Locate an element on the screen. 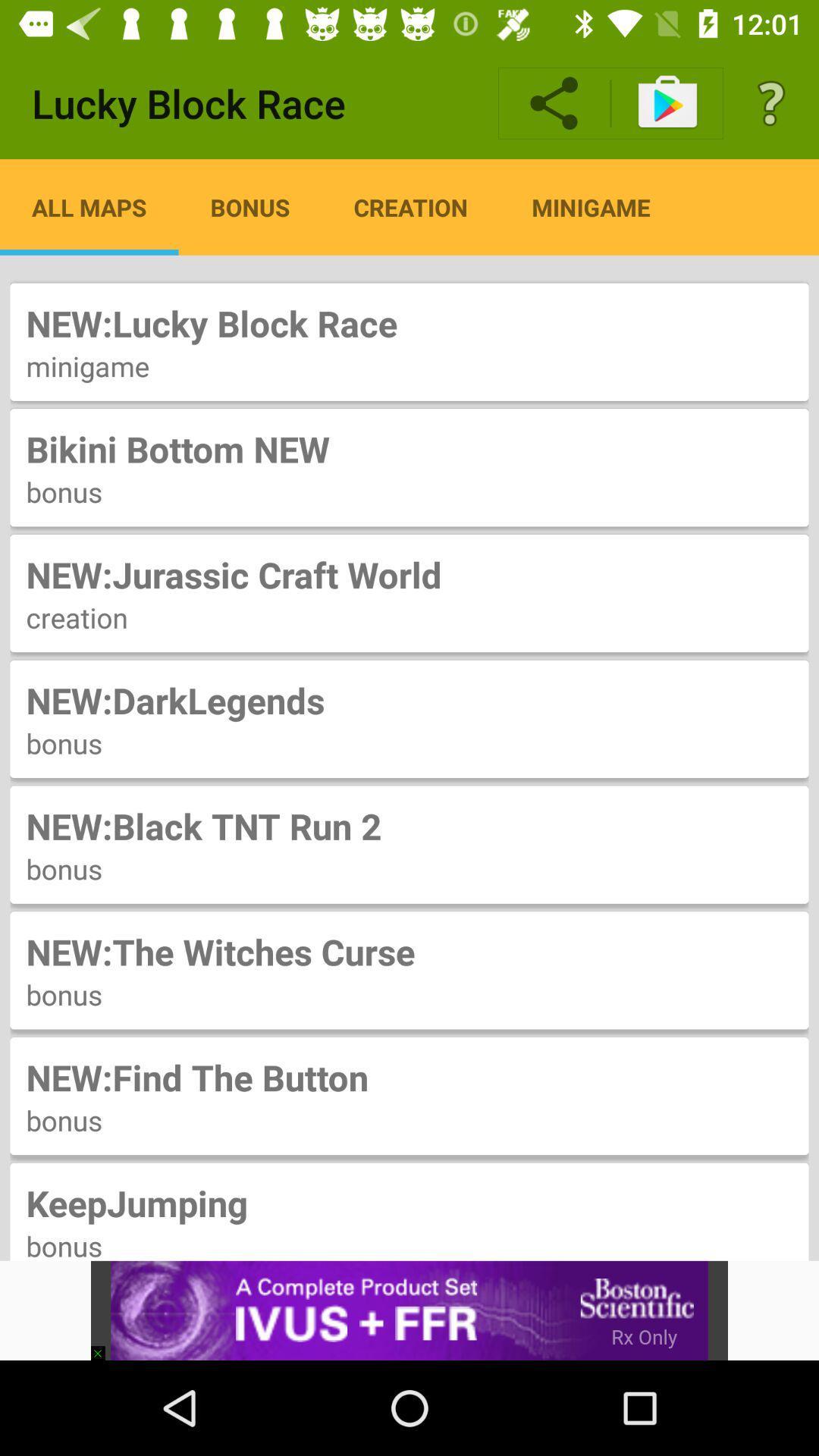  the item below bonus is located at coordinates (409, 1310).